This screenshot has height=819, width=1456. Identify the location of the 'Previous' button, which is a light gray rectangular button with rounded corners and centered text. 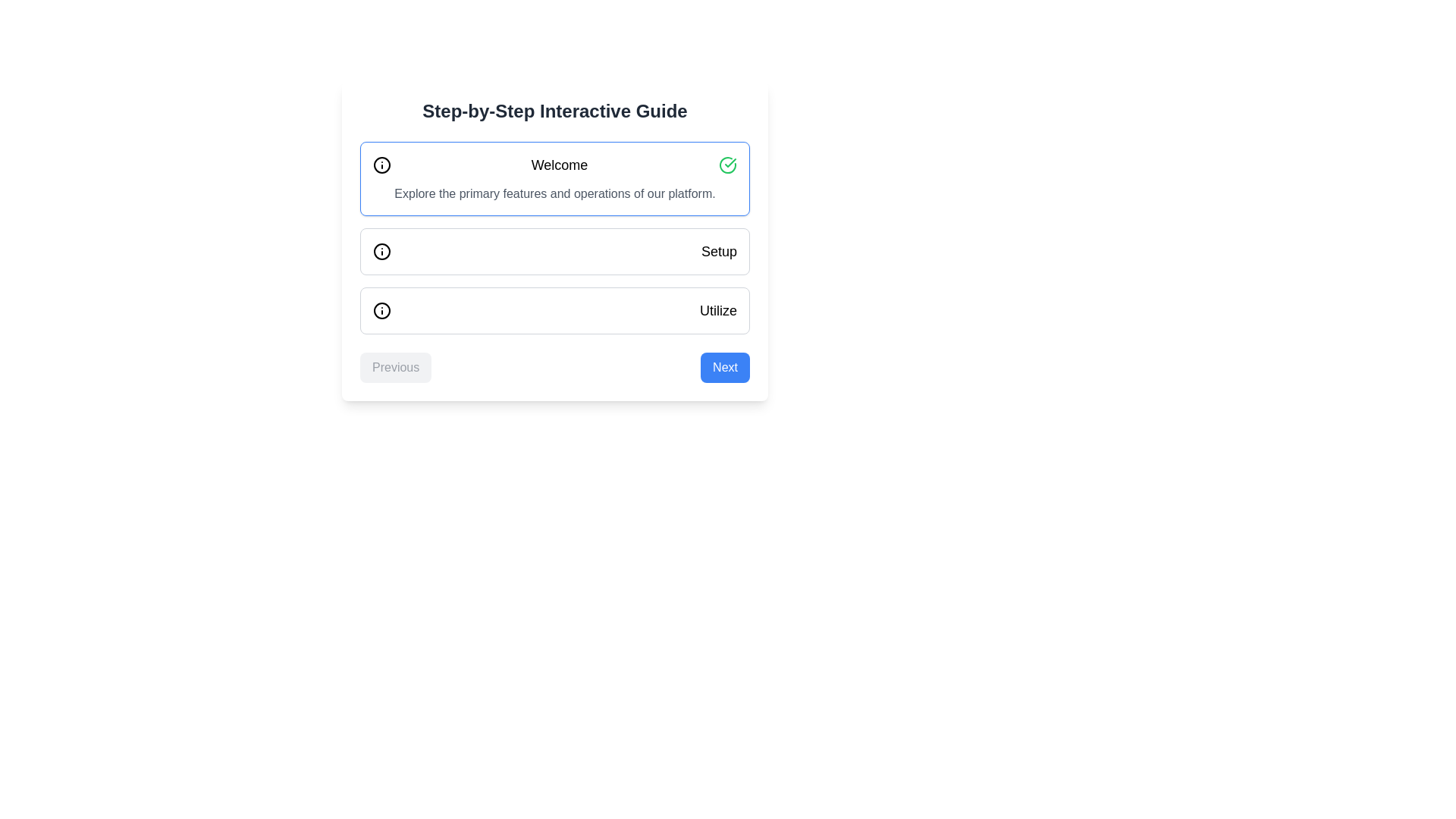
(396, 368).